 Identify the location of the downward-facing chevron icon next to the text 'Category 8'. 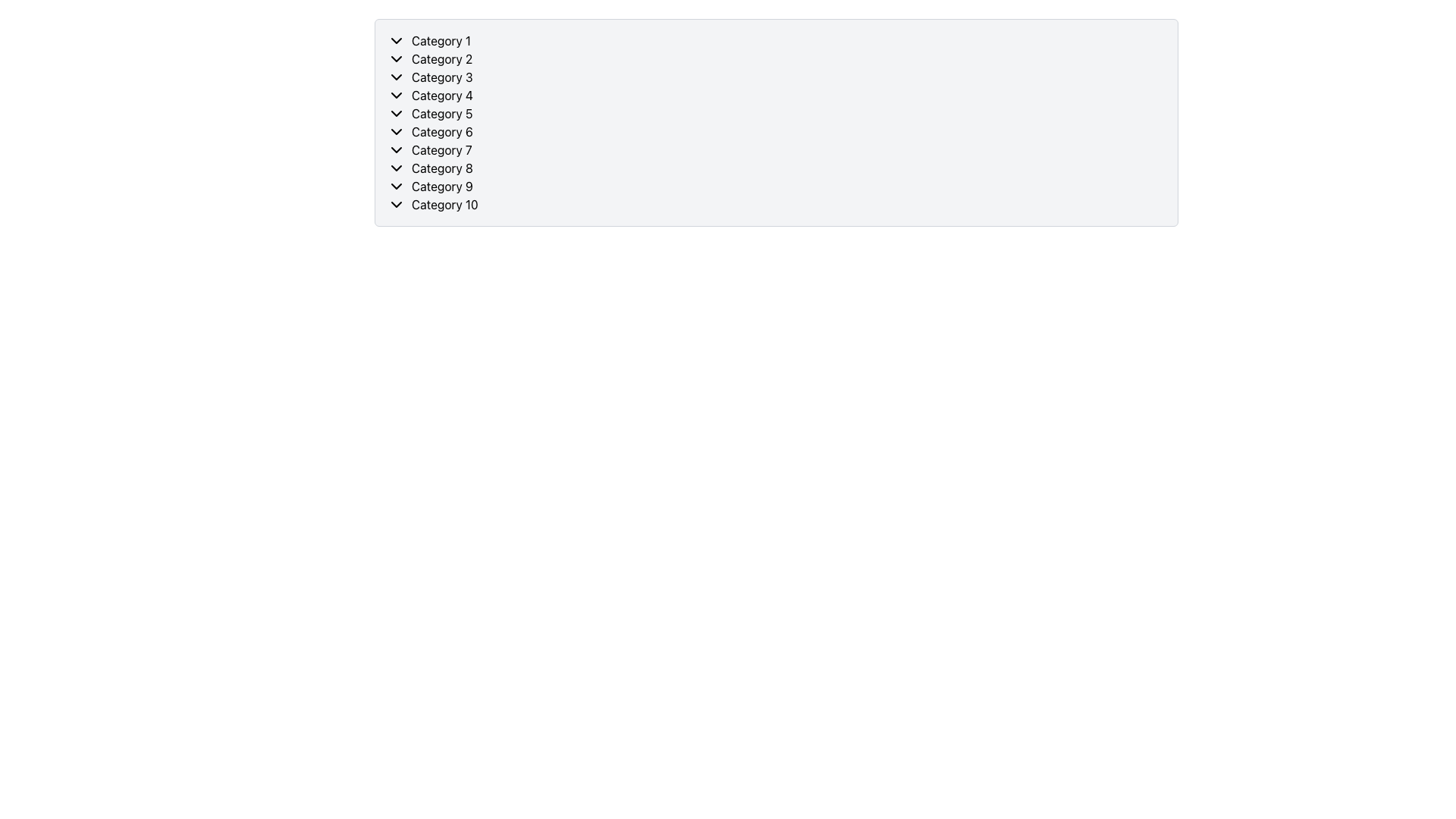
(397, 168).